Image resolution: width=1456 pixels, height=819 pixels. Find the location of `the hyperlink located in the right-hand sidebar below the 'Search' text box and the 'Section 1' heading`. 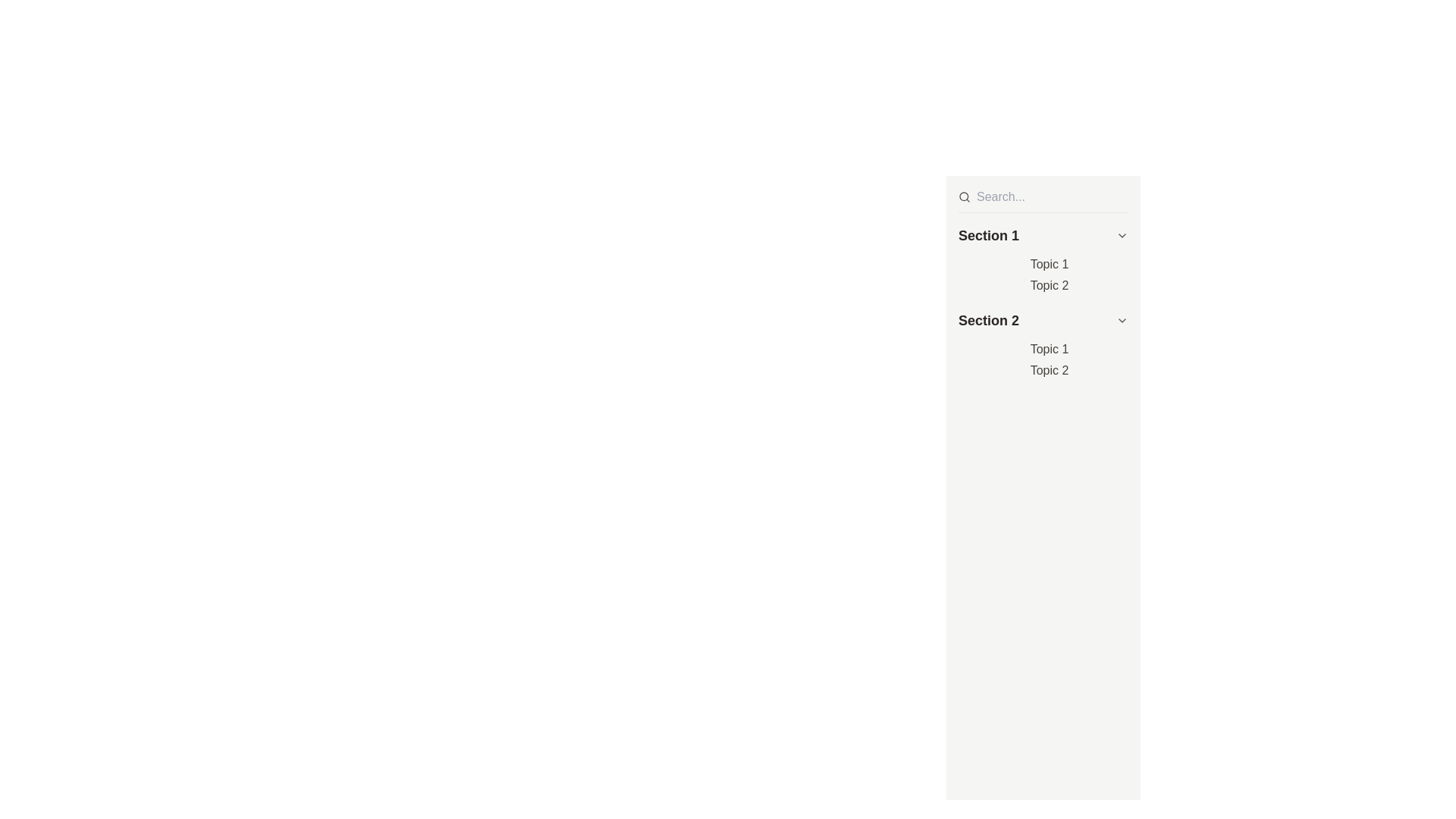

the hyperlink located in the right-hand sidebar below the 'Search' text box and the 'Section 1' heading is located at coordinates (1048, 263).